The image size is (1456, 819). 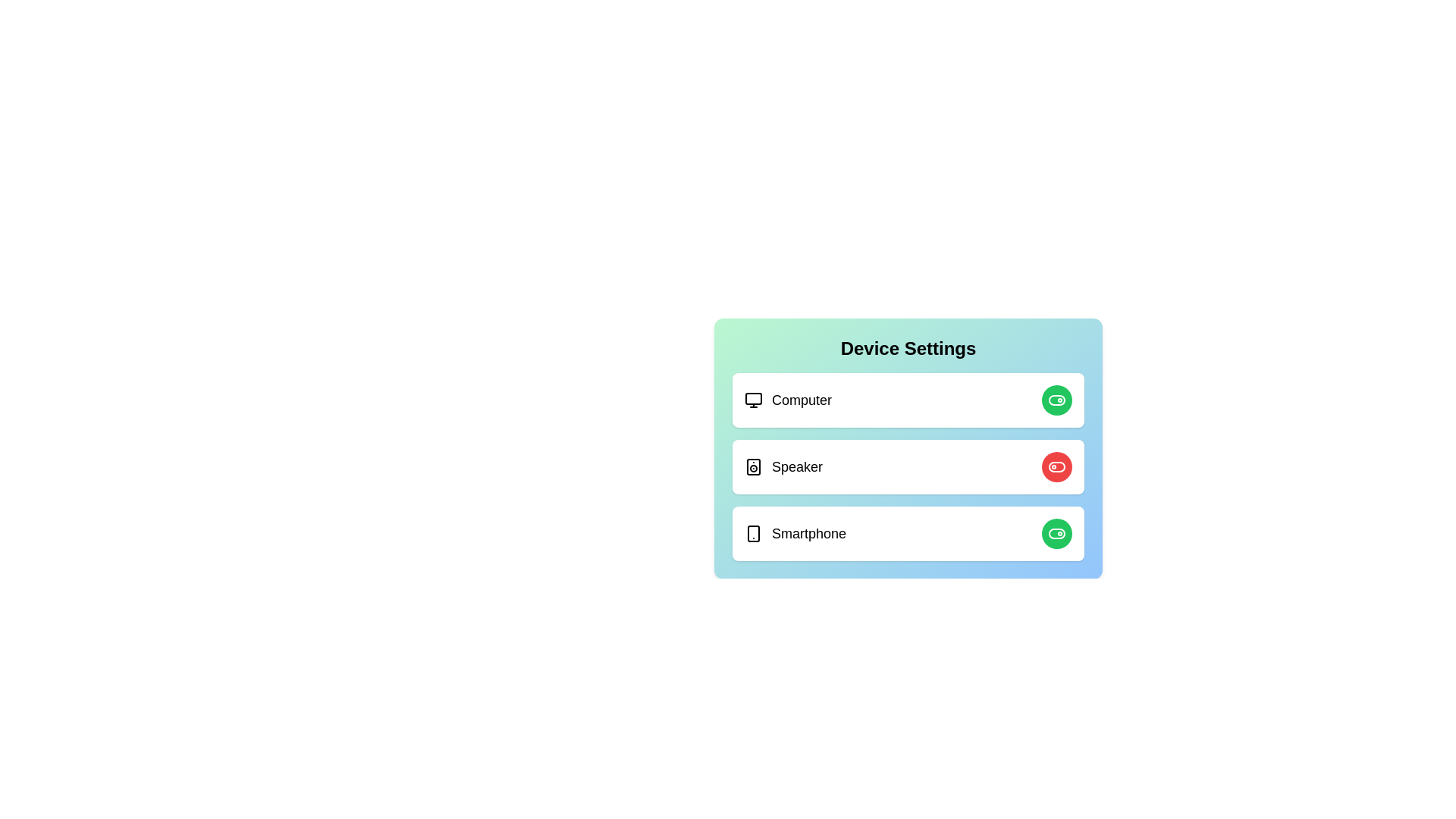 What do you see at coordinates (1056, 466) in the screenshot?
I see `the toggle button for the Speaker device to toggle its setting` at bounding box center [1056, 466].